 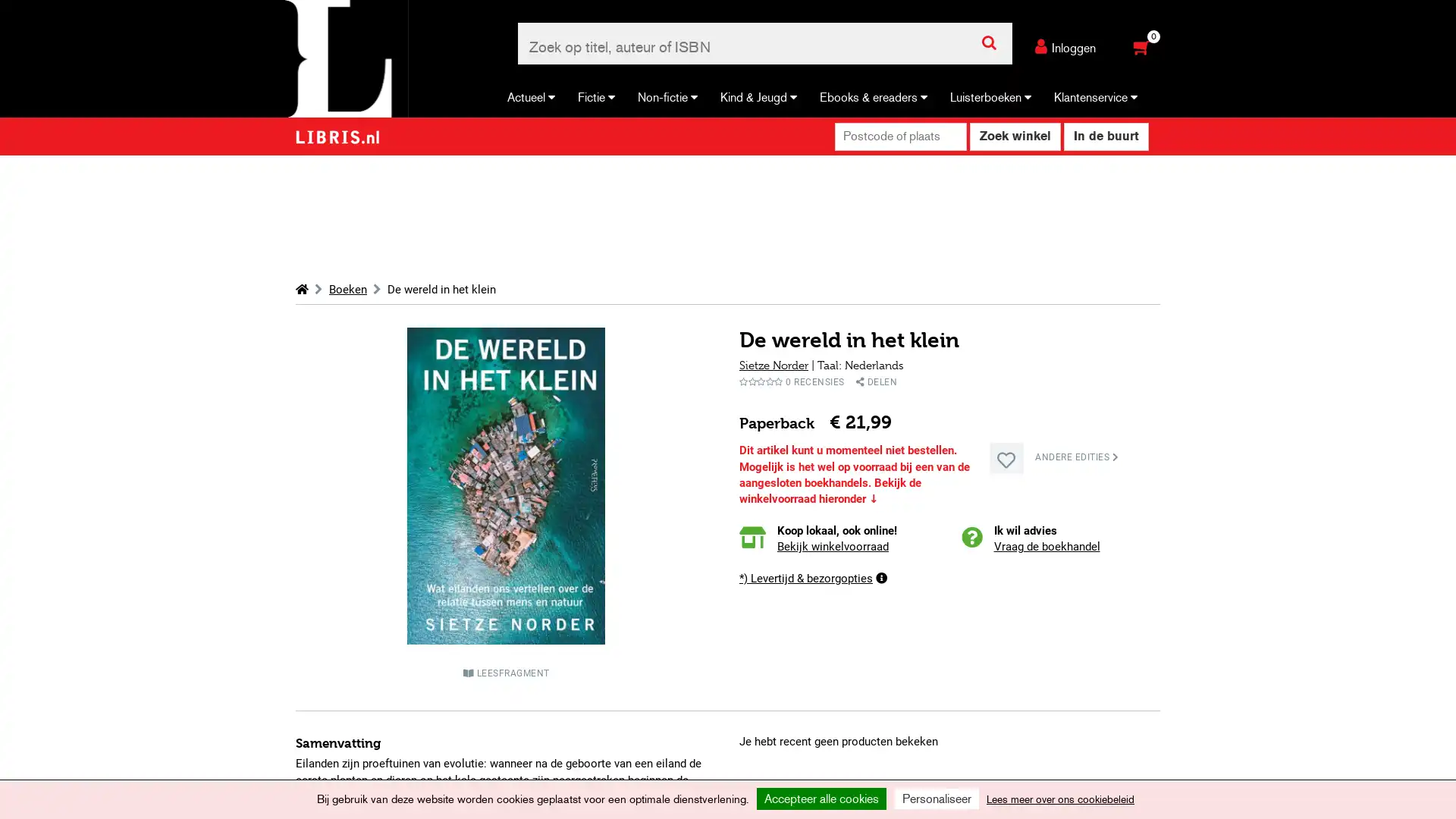 What do you see at coordinates (1059, 798) in the screenshot?
I see `Lees meer over ons cookiebeleid` at bounding box center [1059, 798].